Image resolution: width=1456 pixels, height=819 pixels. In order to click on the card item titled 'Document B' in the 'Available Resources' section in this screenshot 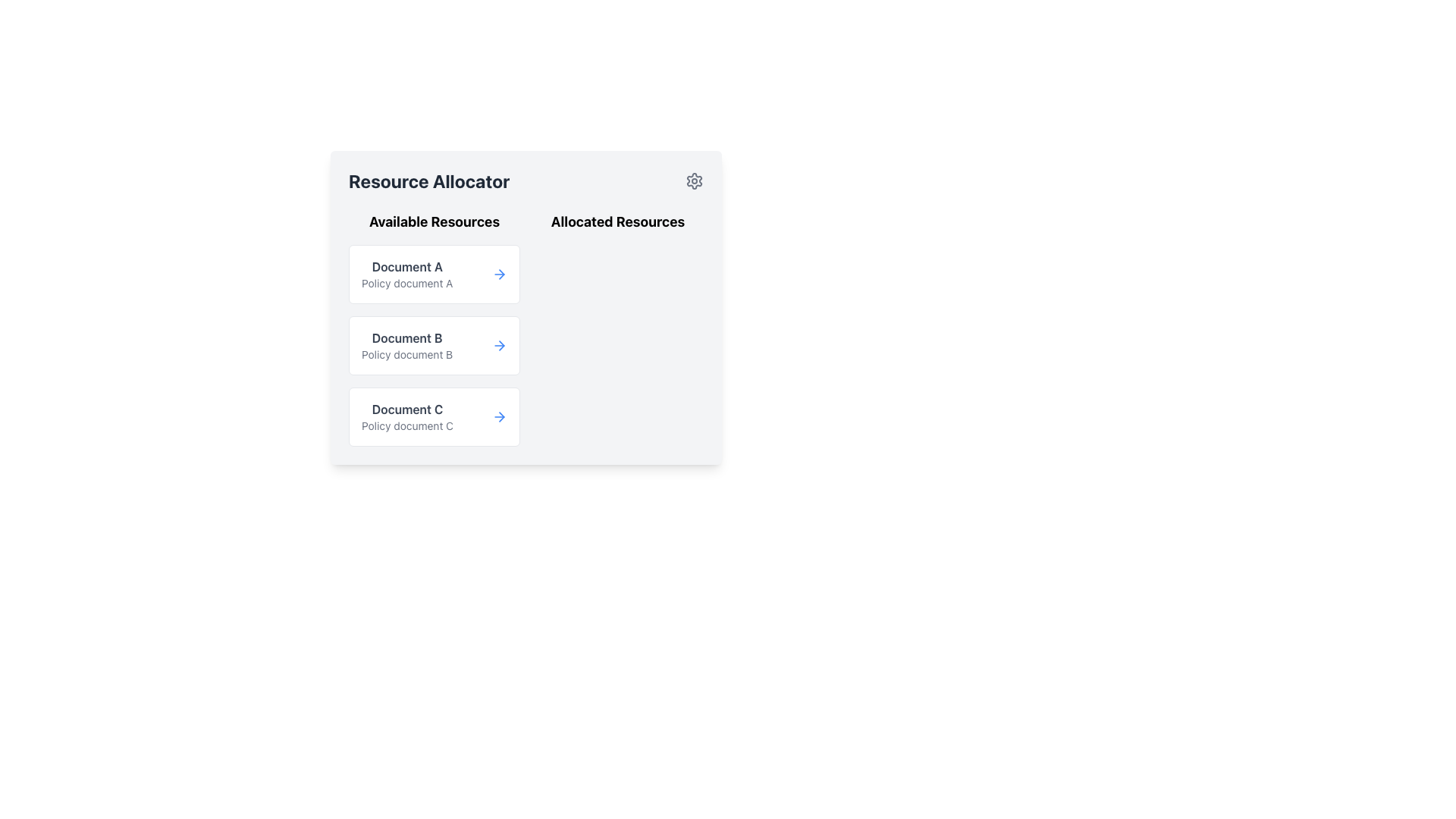, I will do `click(433, 328)`.